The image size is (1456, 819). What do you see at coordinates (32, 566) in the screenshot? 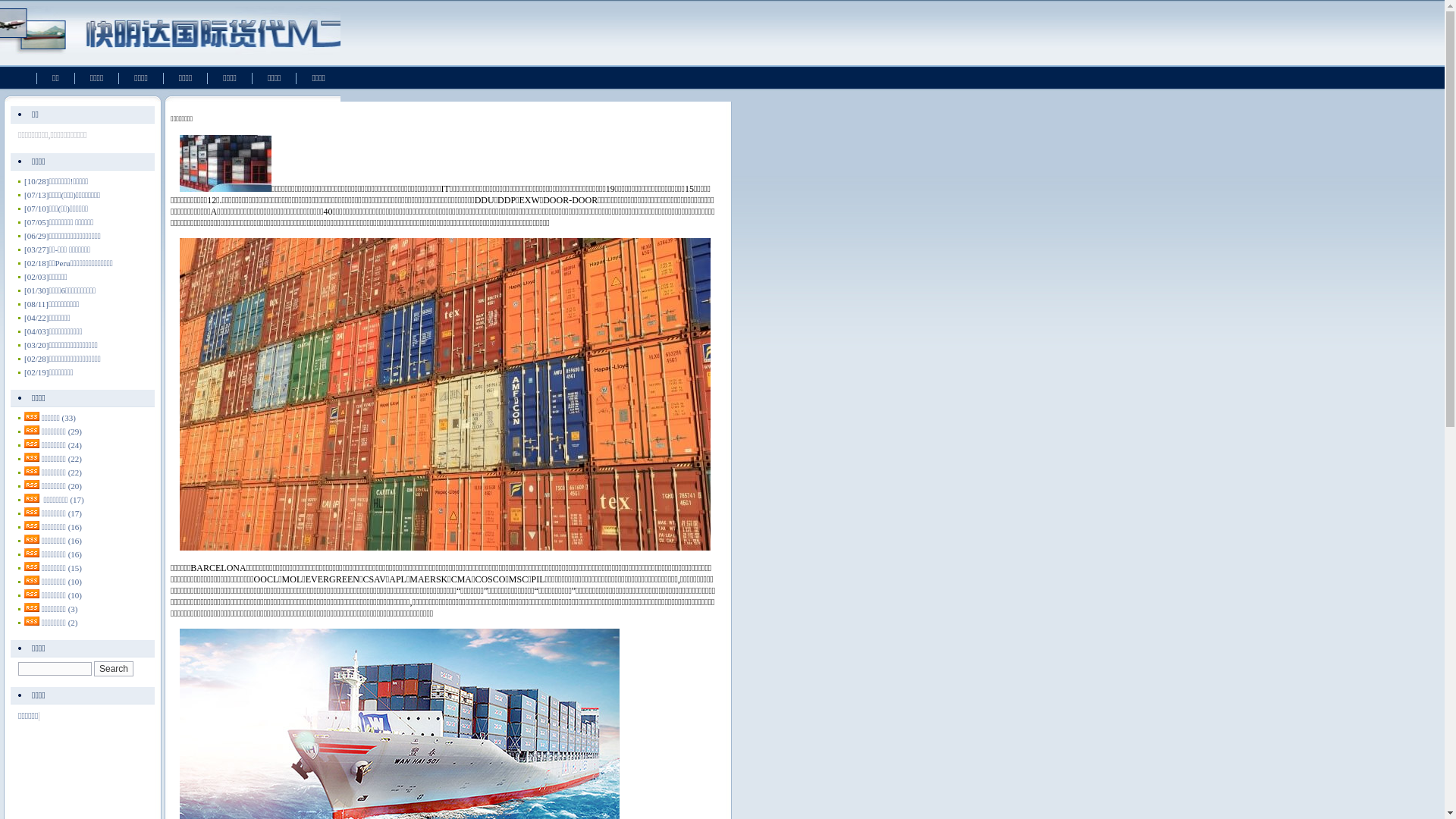
I see `'rss'` at bounding box center [32, 566].